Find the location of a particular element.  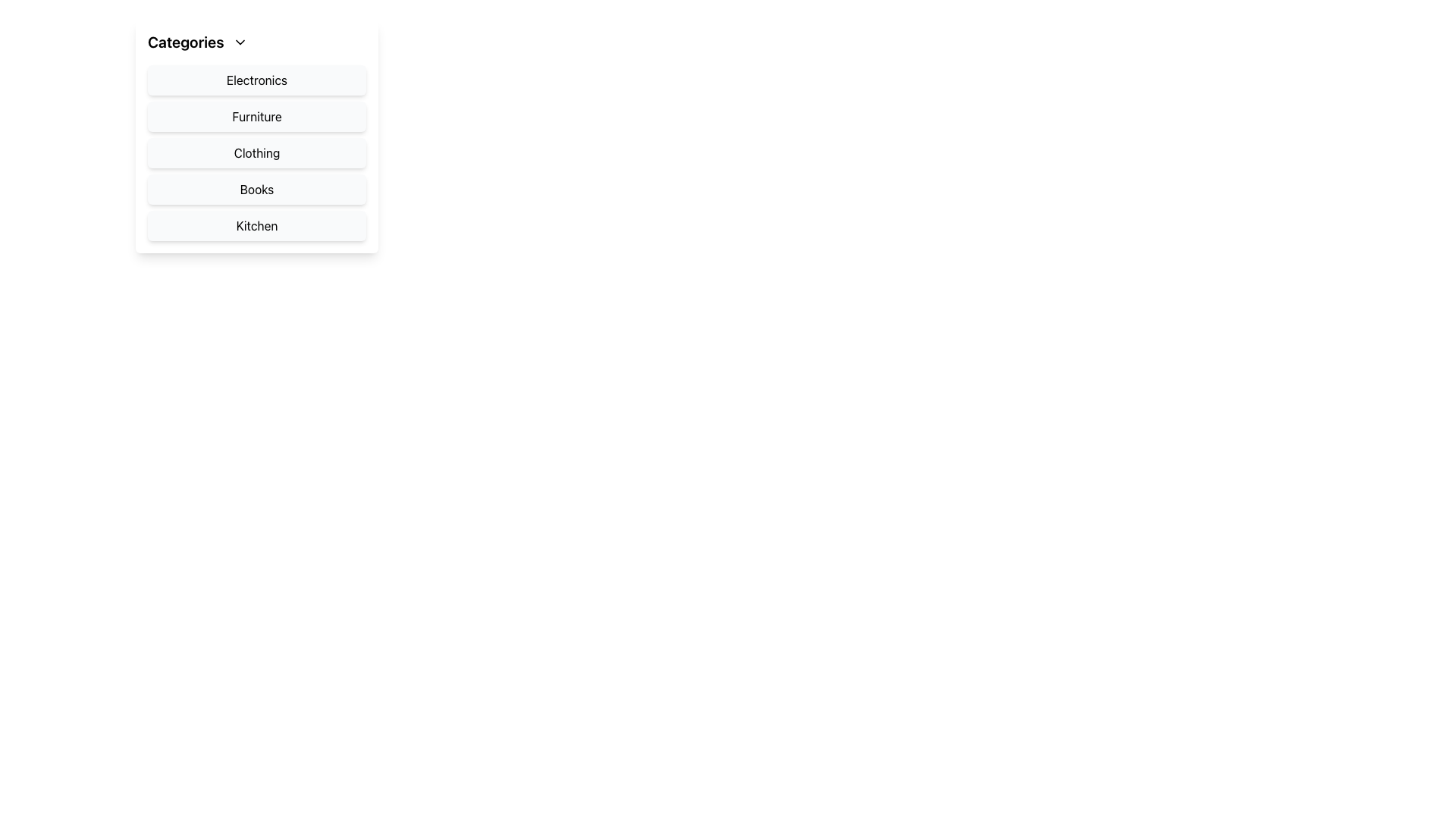

the downward-pointing chevron icon located to the right of the 'Categories' text is located at coordinates (240, 42).